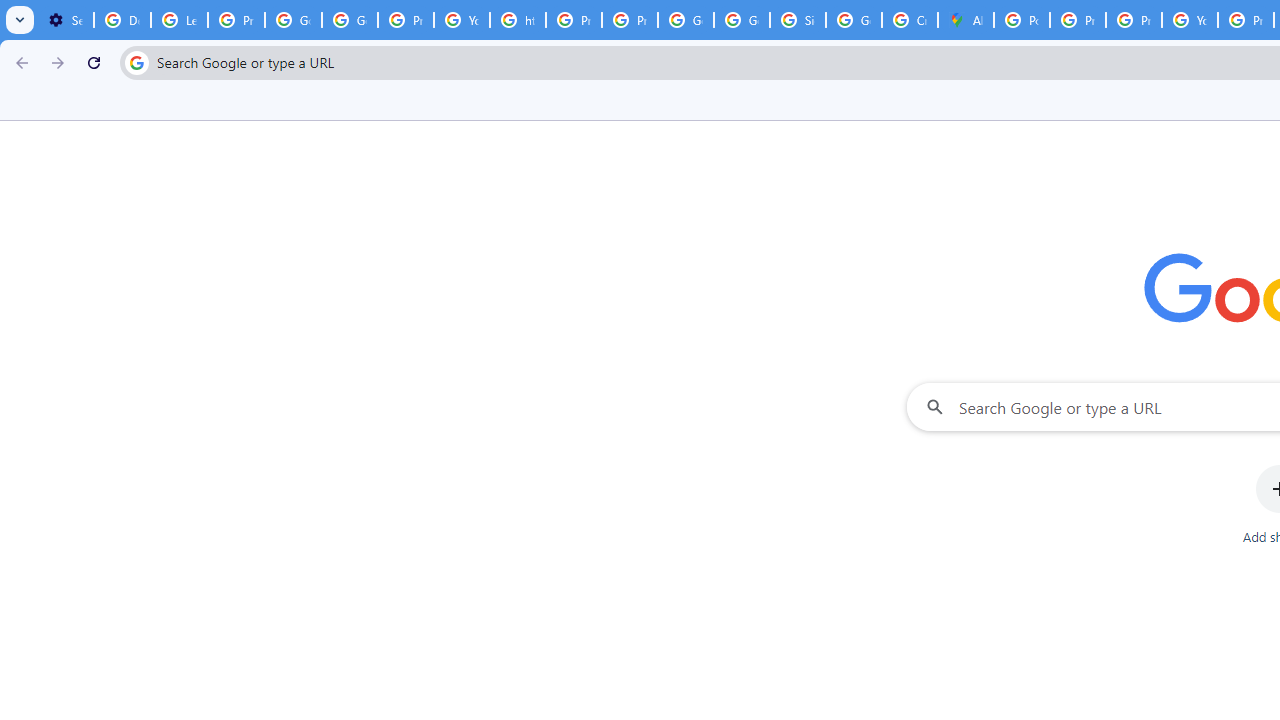  I want to click on 'Settings - On startup', so click(65, 20).